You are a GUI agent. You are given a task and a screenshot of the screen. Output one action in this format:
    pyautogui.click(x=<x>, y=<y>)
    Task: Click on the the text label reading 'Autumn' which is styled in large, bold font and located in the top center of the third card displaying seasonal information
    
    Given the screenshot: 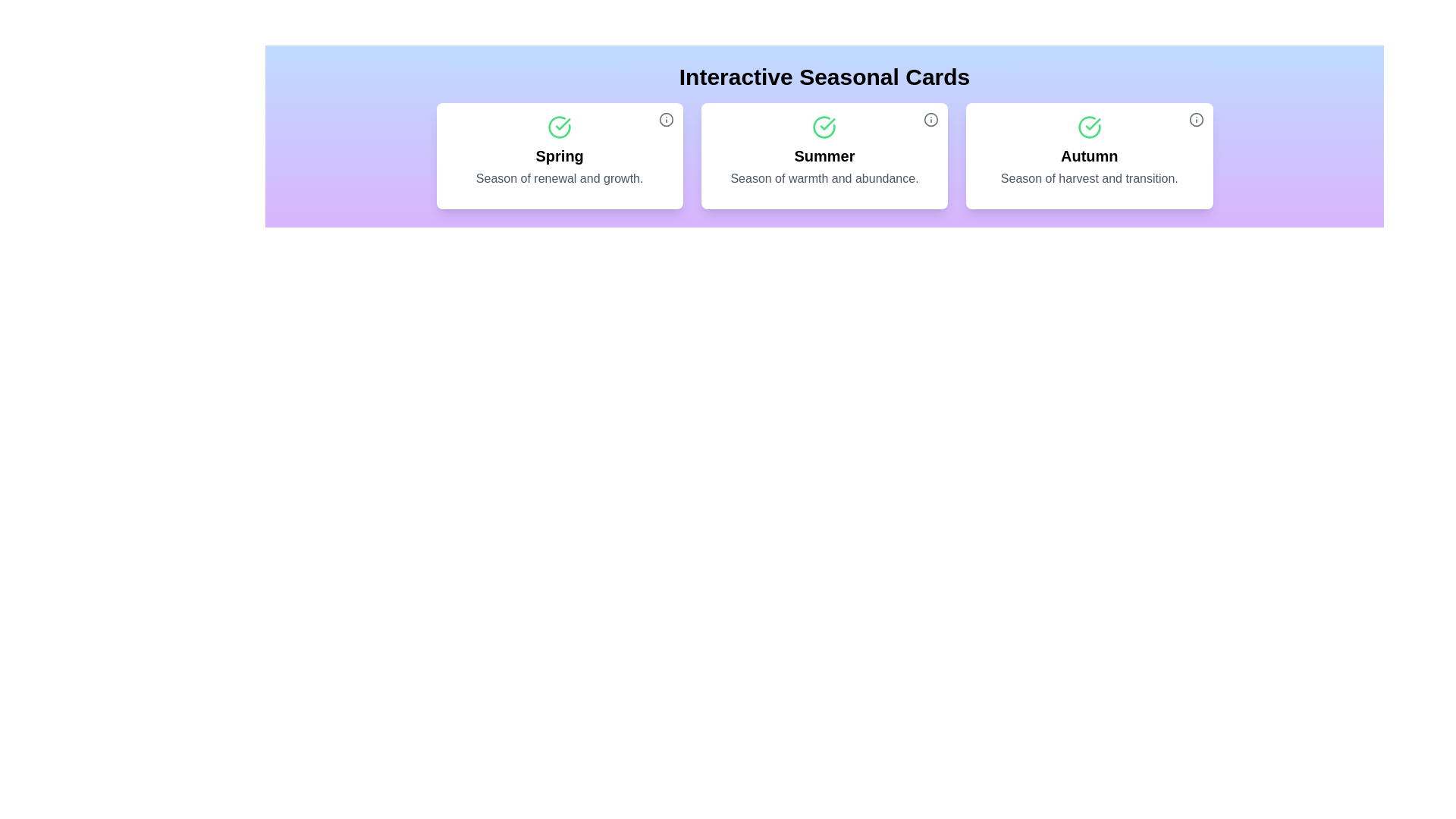 What is the action you would take?
    pyautogui.click(x=1088, y=155)
    